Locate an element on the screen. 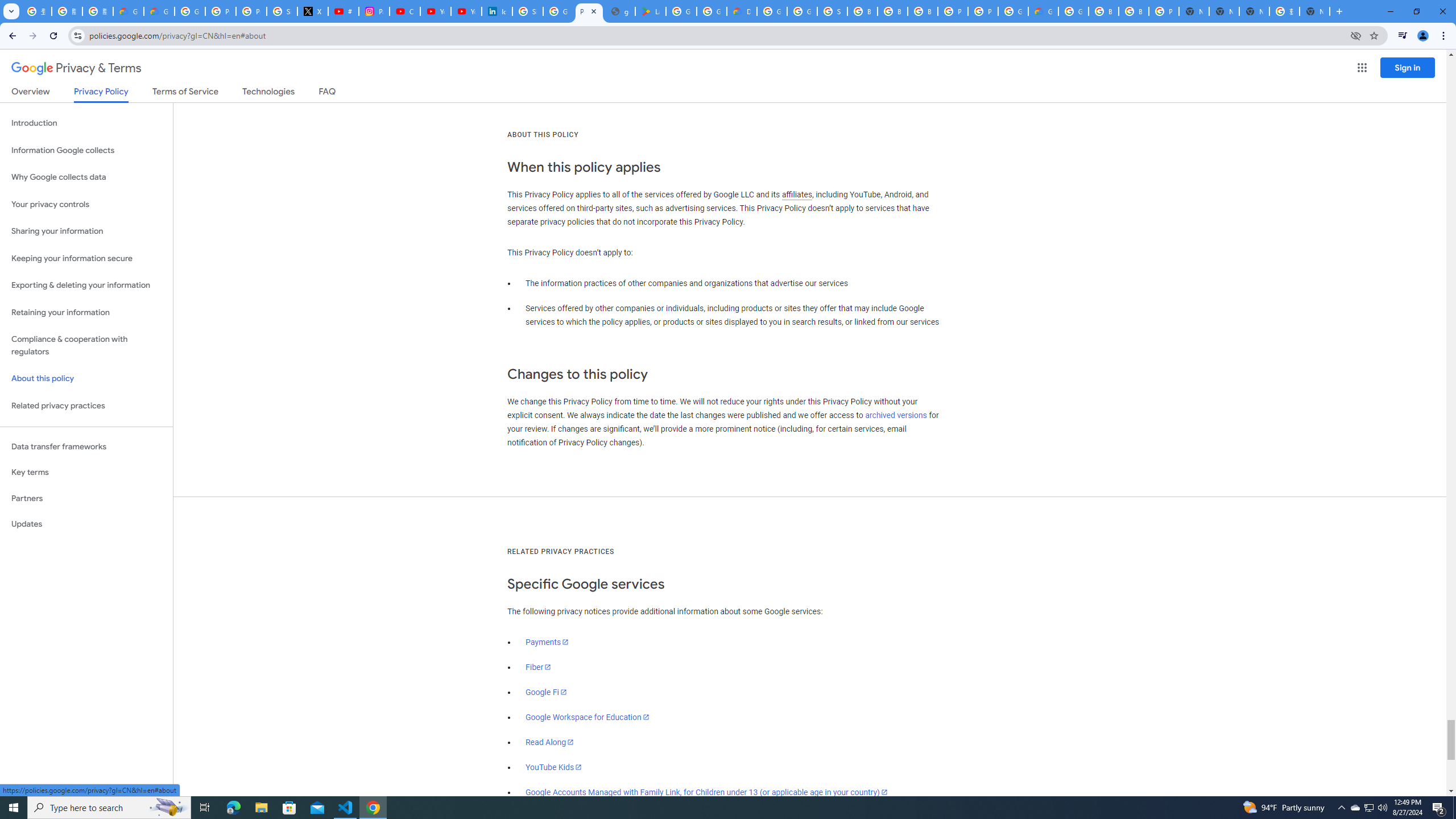  'Google Cloud Platform' is located at coordinates (1013, 11).